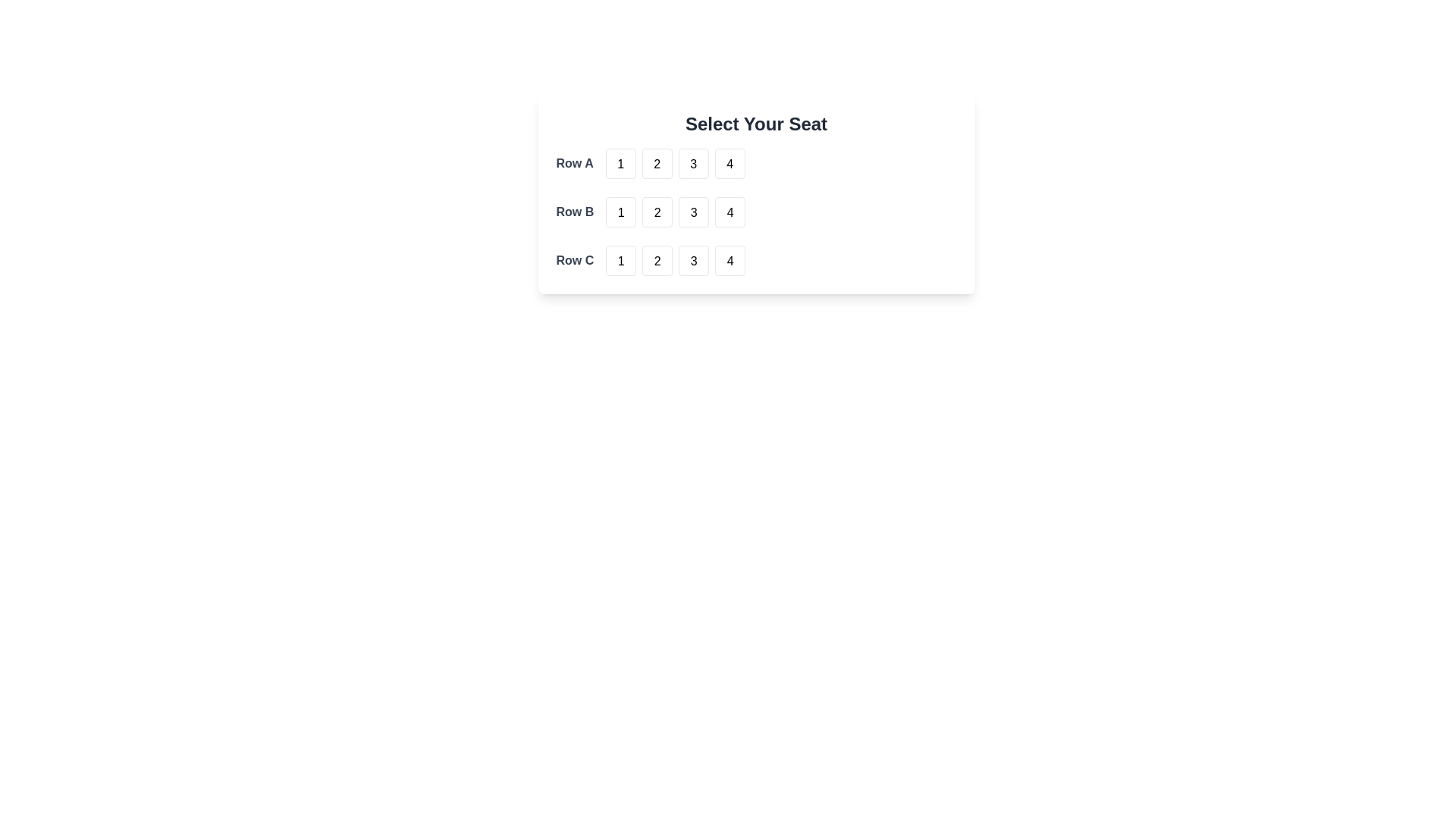 This screenshot has width=1456, height=819. Describe the element at coordinates (621, 212) in the screenshot. I see `the button displaying the number '1' in the first column of Row B` at that location.